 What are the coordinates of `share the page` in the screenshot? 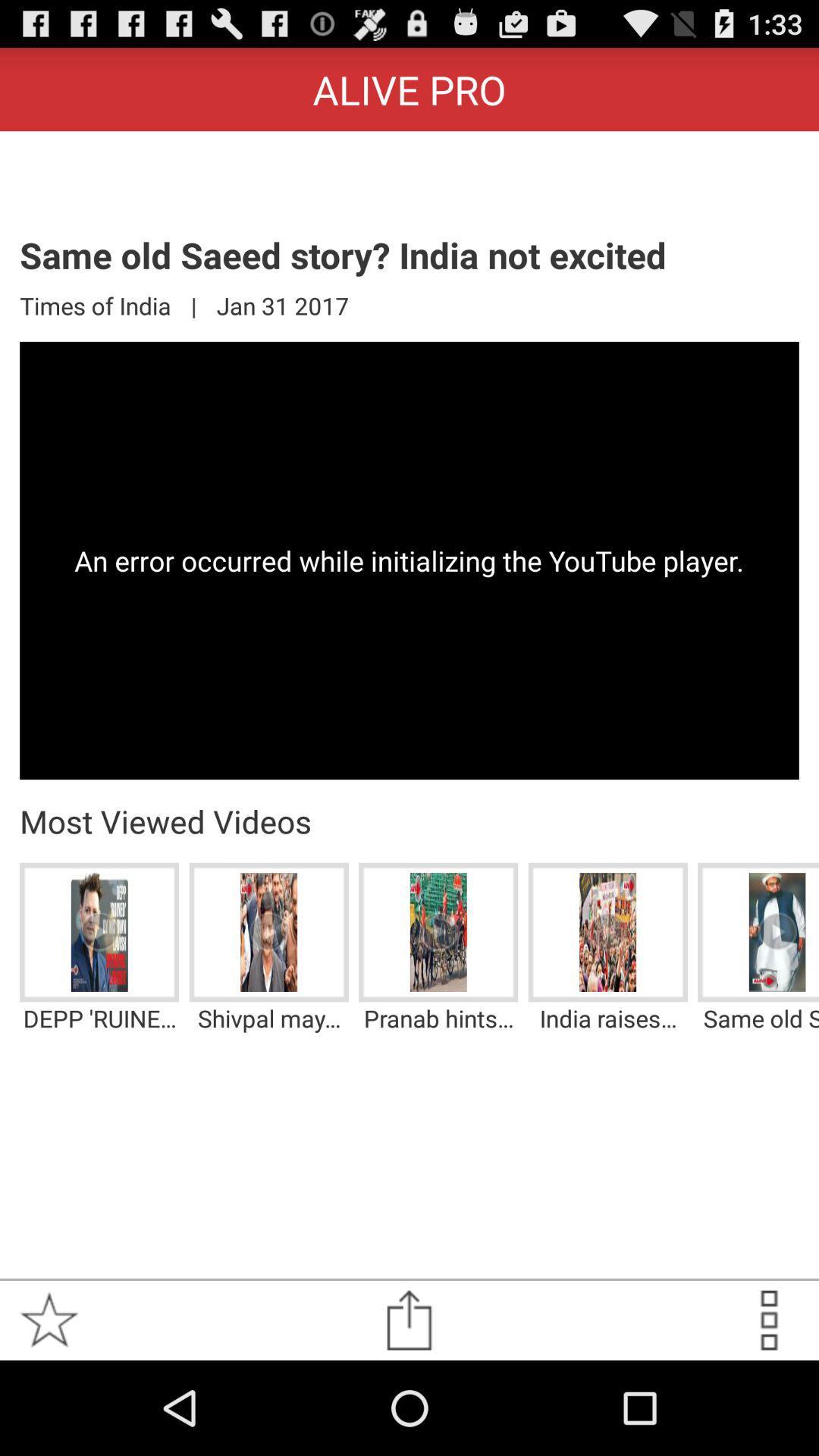 It's located at (408, 1319).